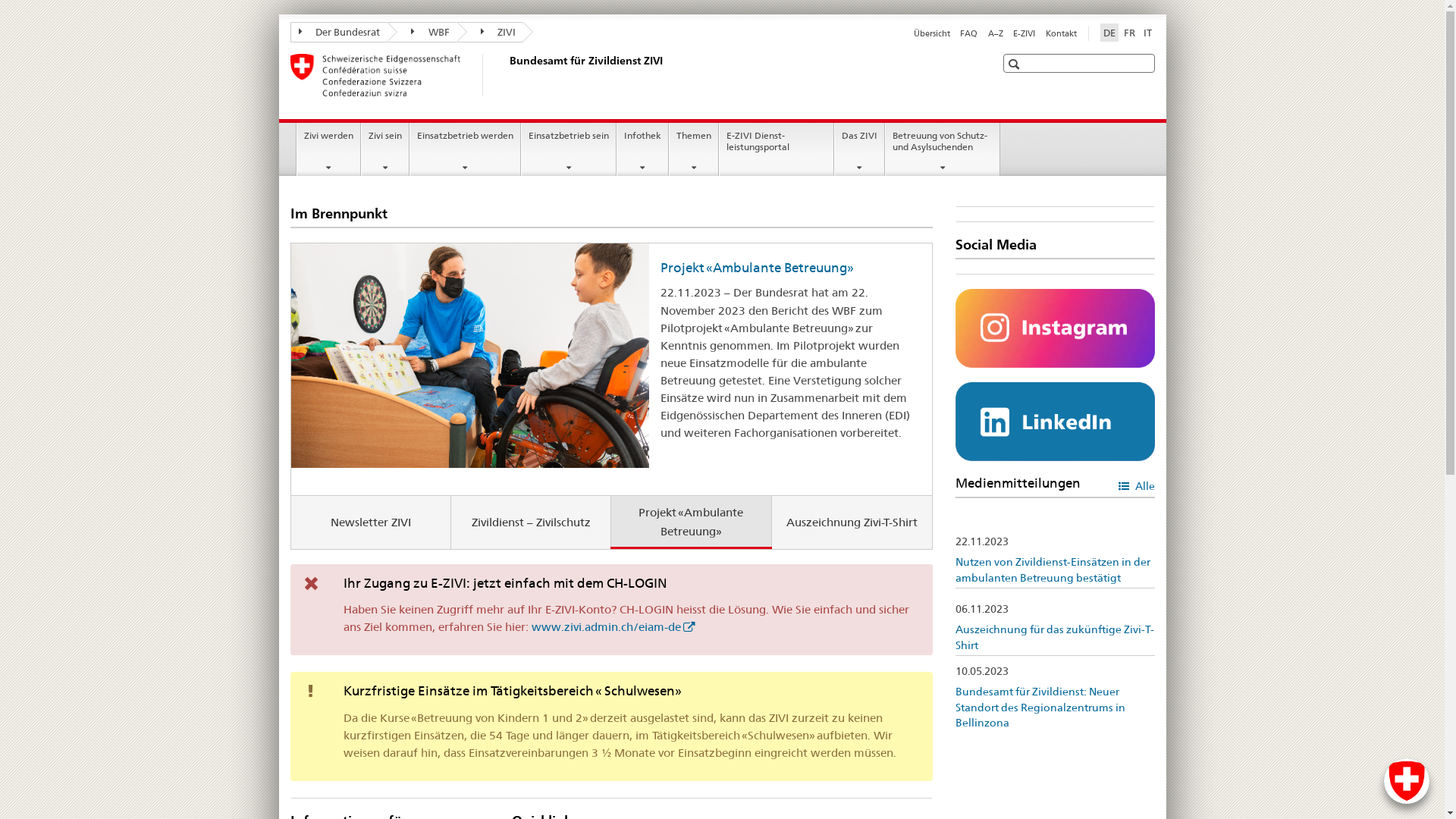 The height and width of the screenshot is (819, 1456). Describe the element at coordinates (490, 32) in the screenshot. I see `'ZIVI'` at that location.